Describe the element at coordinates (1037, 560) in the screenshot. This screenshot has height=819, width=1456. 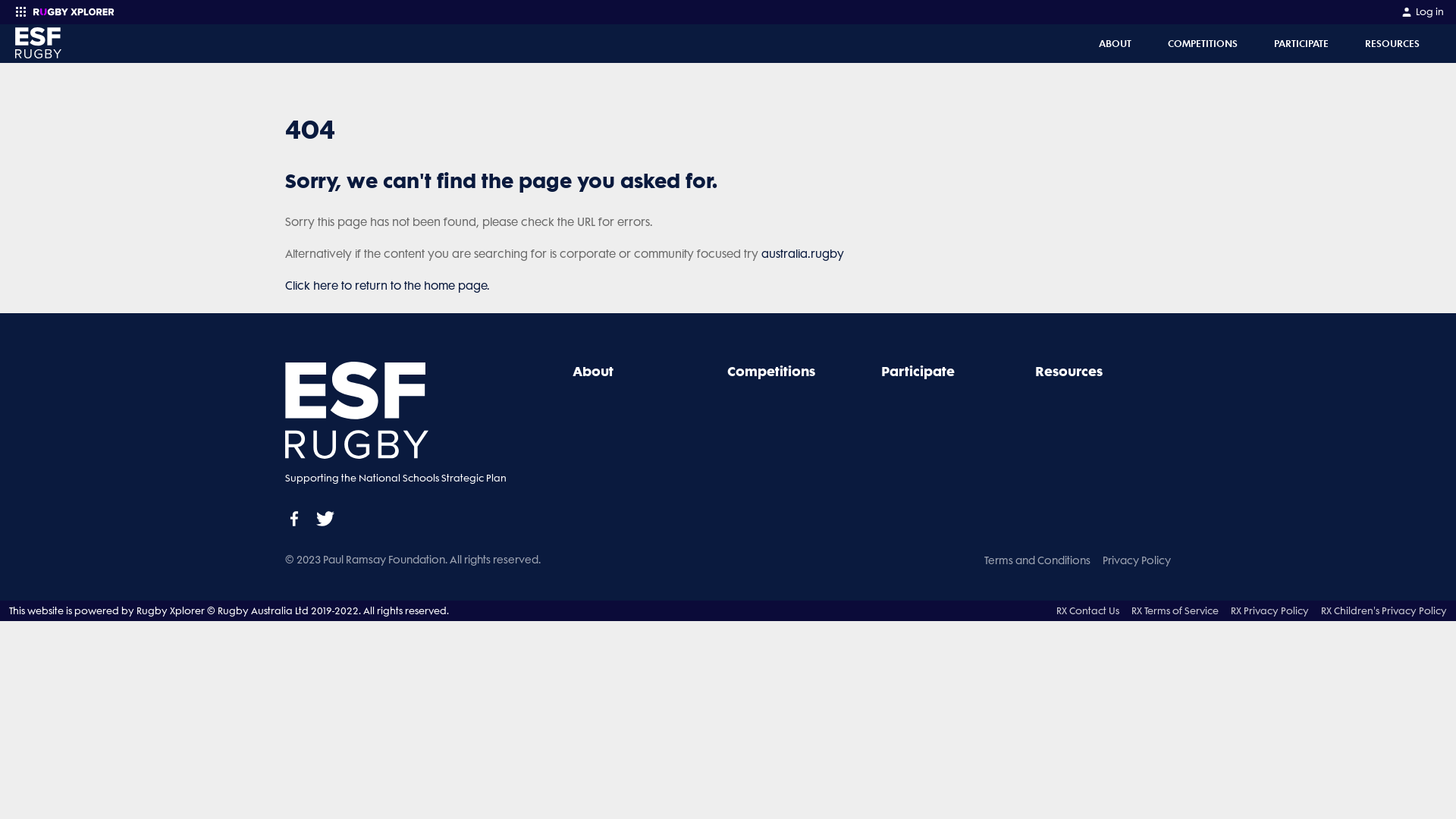
I see `'Terms and Conditions'` at that location.